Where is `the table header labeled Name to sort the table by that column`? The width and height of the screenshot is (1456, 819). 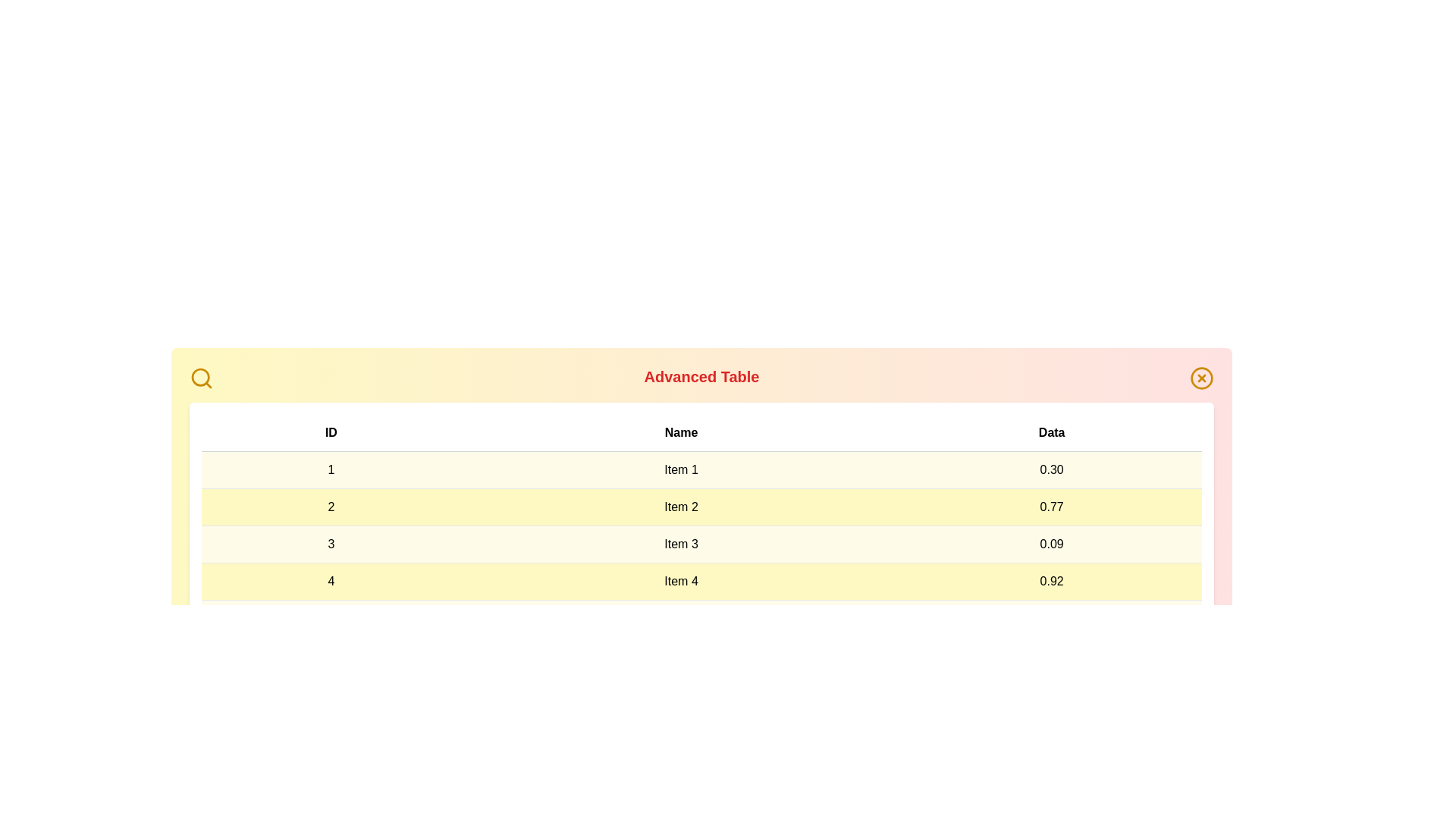 the table header labeled Name to sort the table by that column is located at coordinates (680, 433).